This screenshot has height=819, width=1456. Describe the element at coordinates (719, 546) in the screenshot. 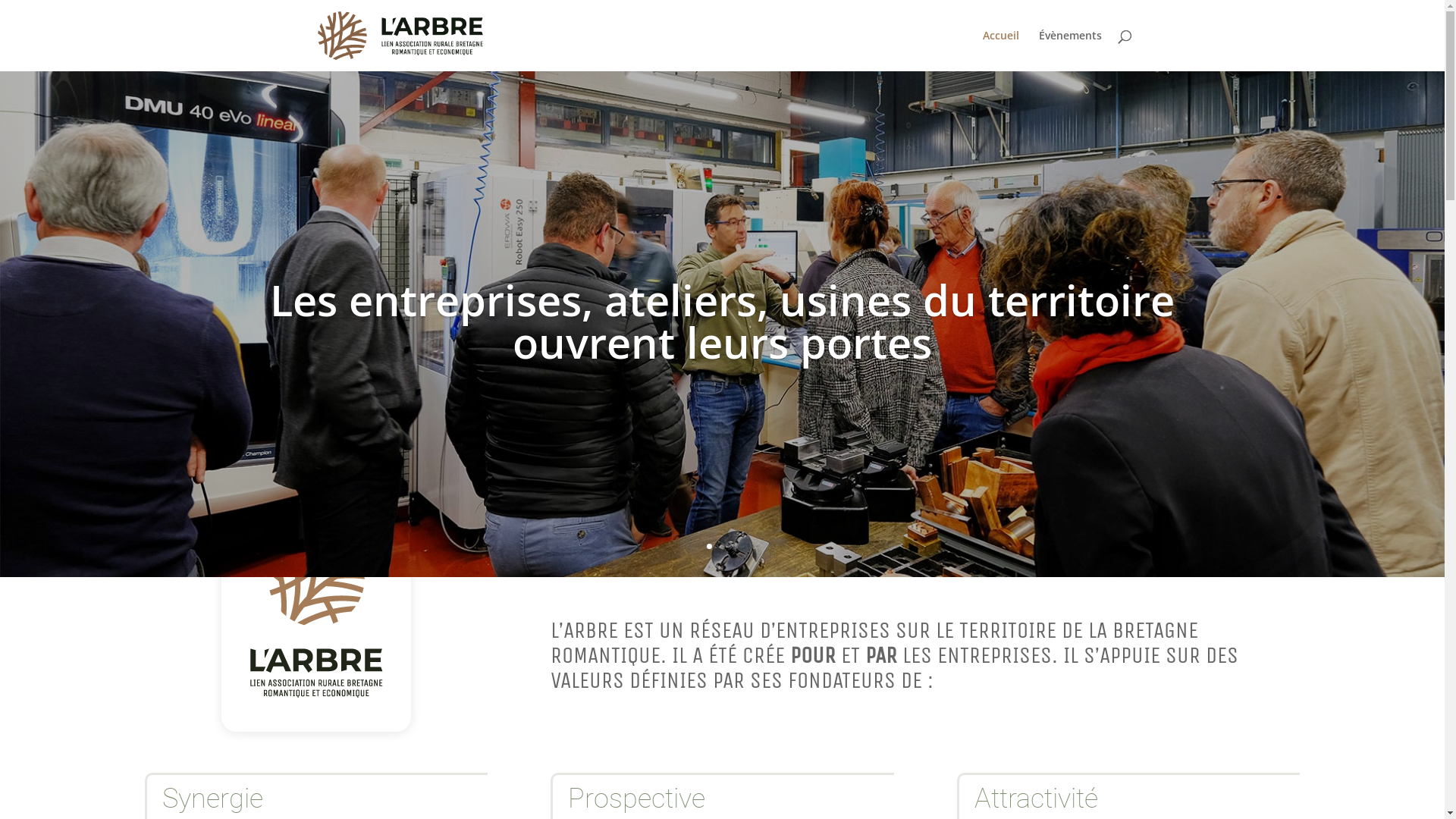

I see `'2'` at that location.